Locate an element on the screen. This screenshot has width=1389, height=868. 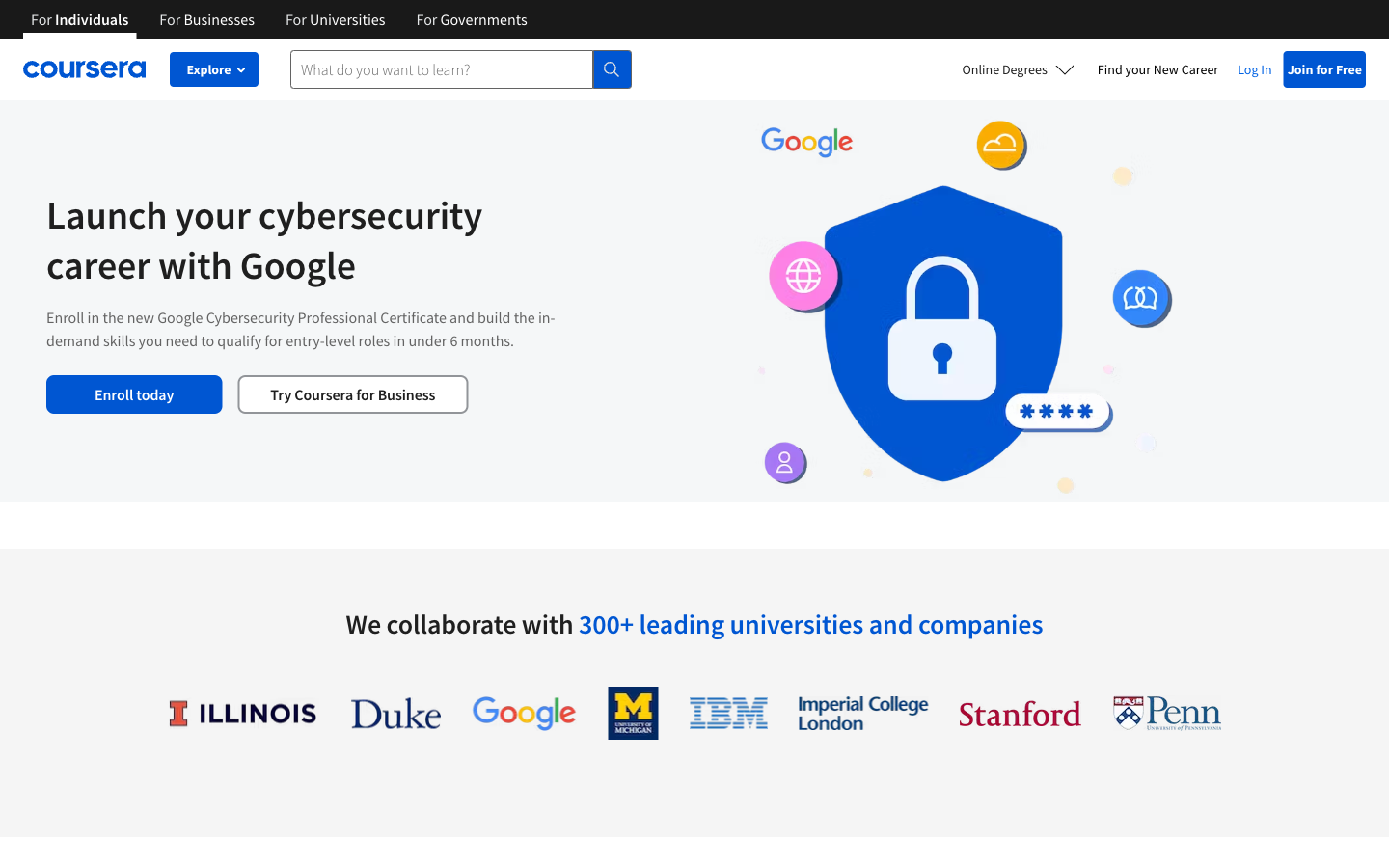
Check Coursera For Government Page is located at coordinates (471, 17).